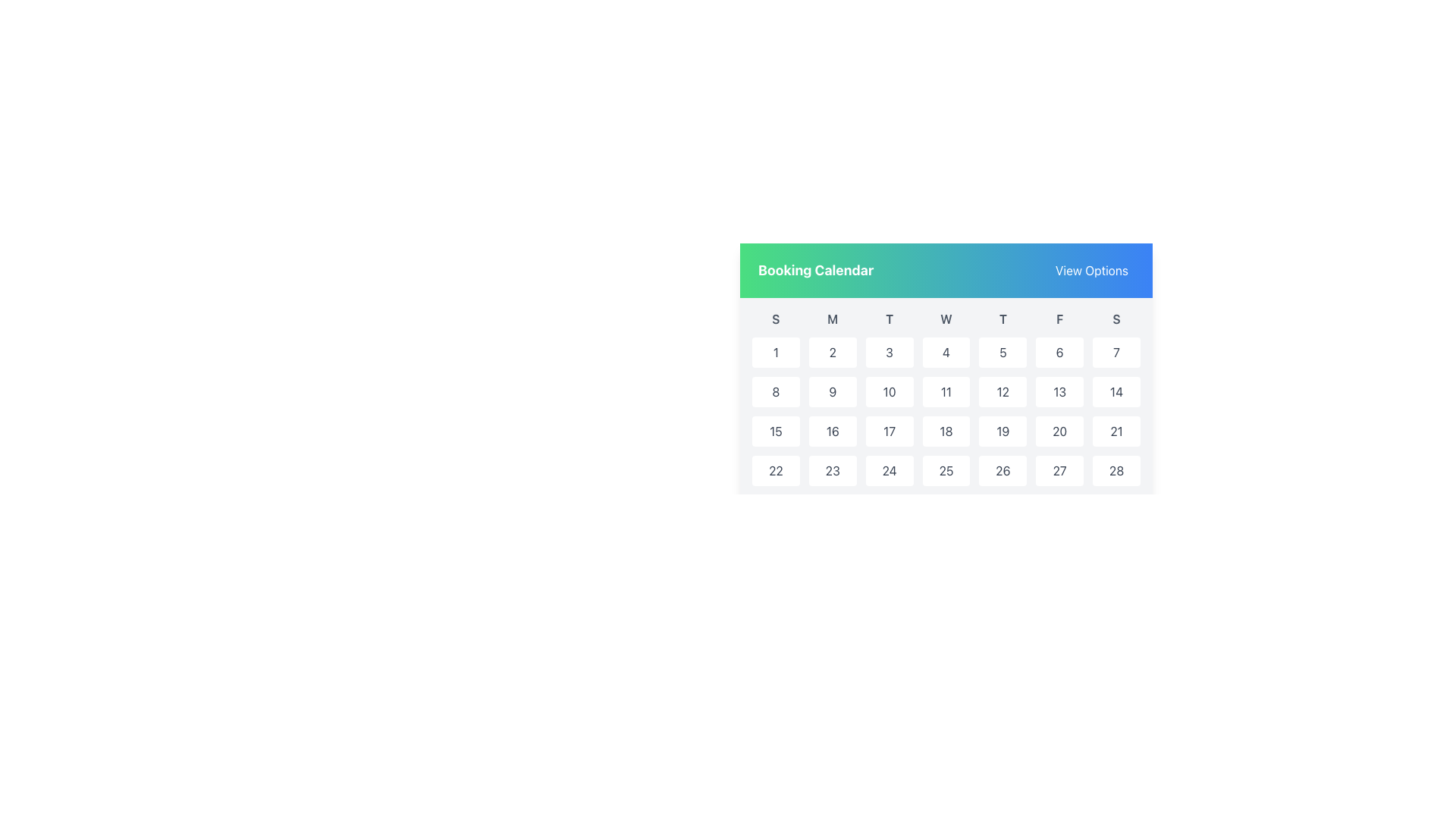 This screenshot has height=819, width=1456. Describe the element at coordinates (1059, 431) in the screenshot. I see `the numeral '20' within the button-like element in the calendar grid layout` at that location.